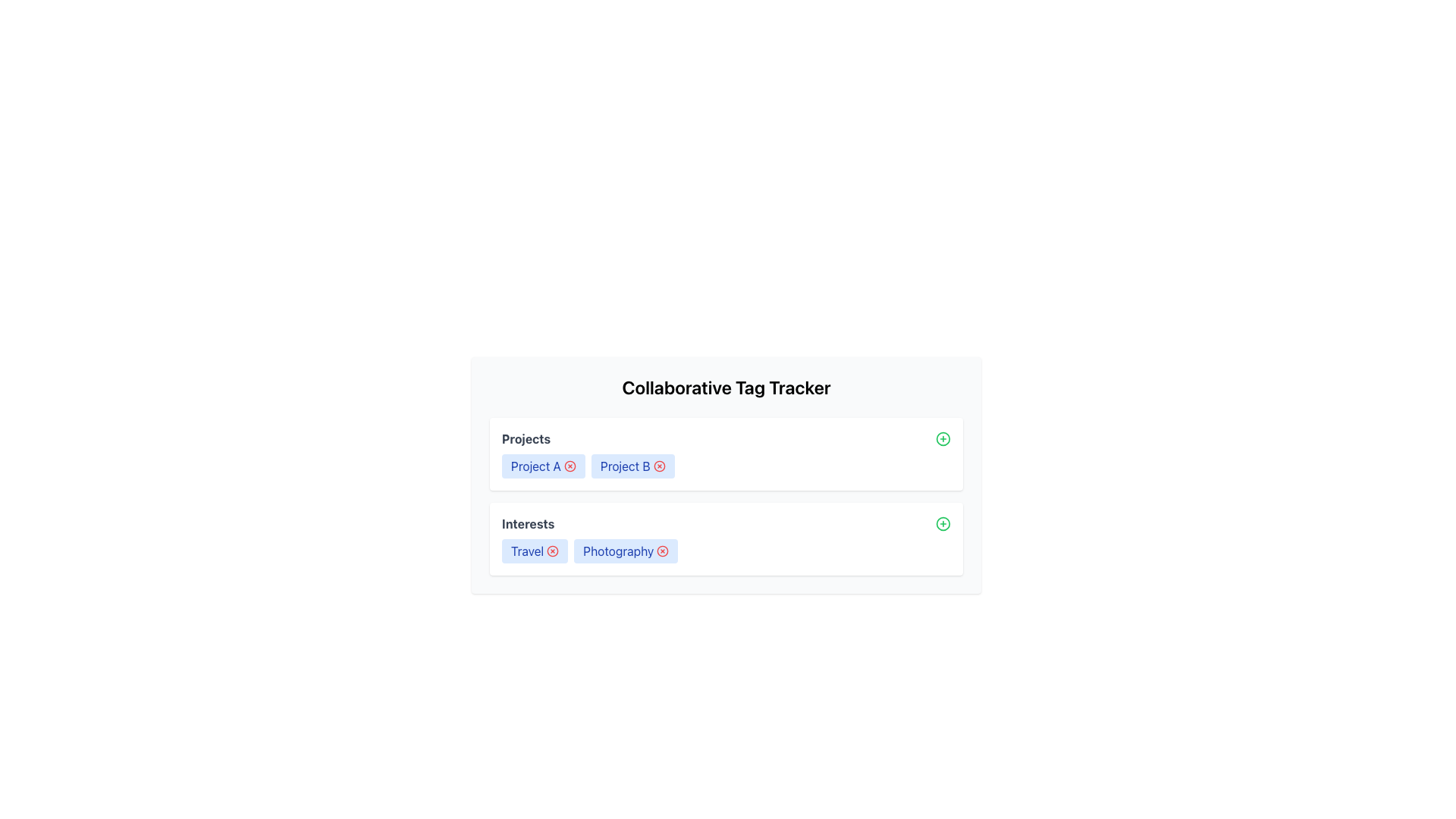 This screenshot has height=819, width=1456. What do you see at coordinates (552, 551) in the screenshot?
I see `the inner circular shape of the action button located to the right of the 'Travel' tag in the 'Interests' section` at bounding box center [552, 551].